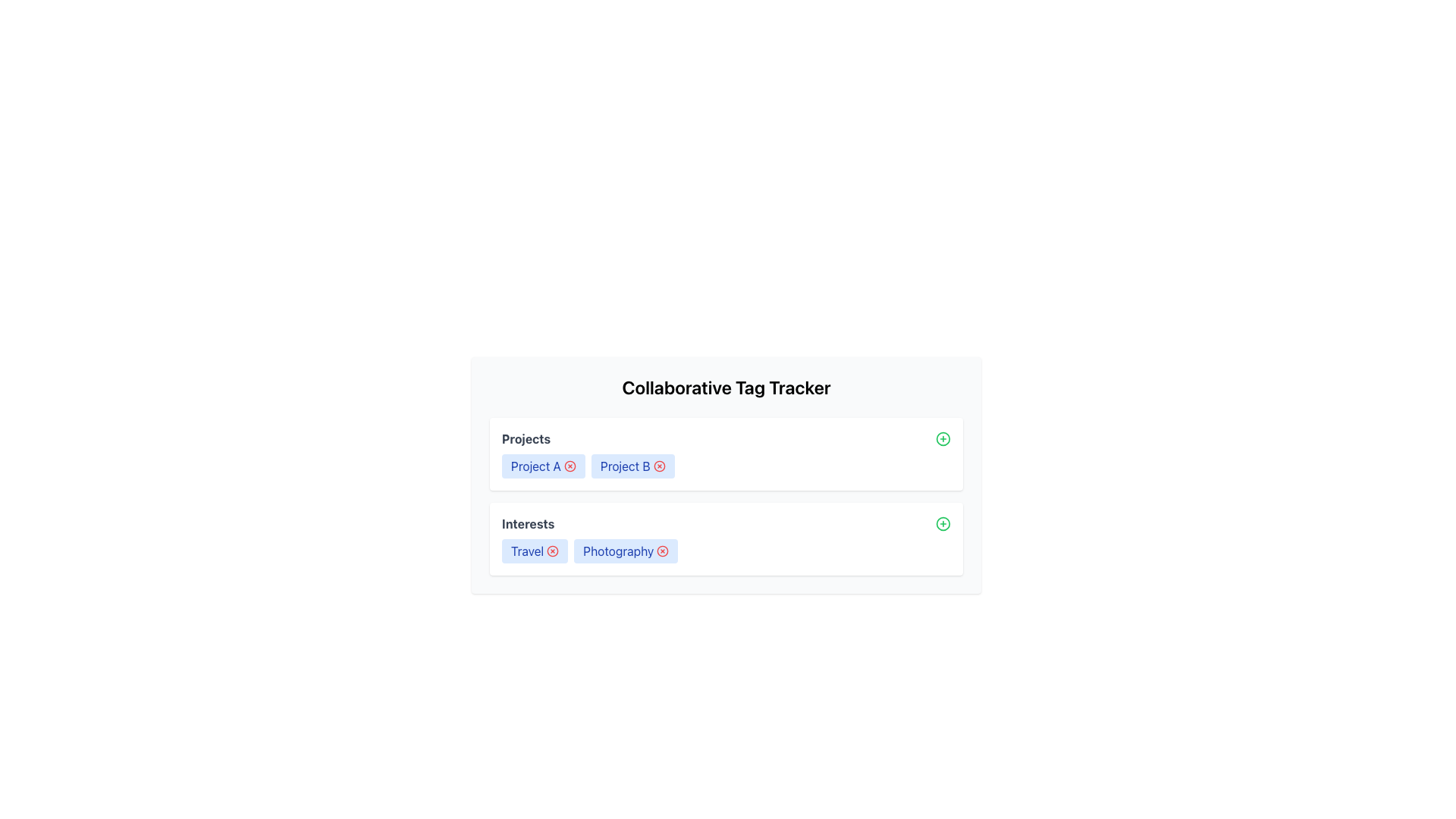 This screenshot has height=819, width=1456. What do you see at coordinates (552, 551) in the screenshot?
I see `the inner circular shape of the action button located to the right of the 'Travel' tag in the 'Interests' section` at bounding box center [552, 551].